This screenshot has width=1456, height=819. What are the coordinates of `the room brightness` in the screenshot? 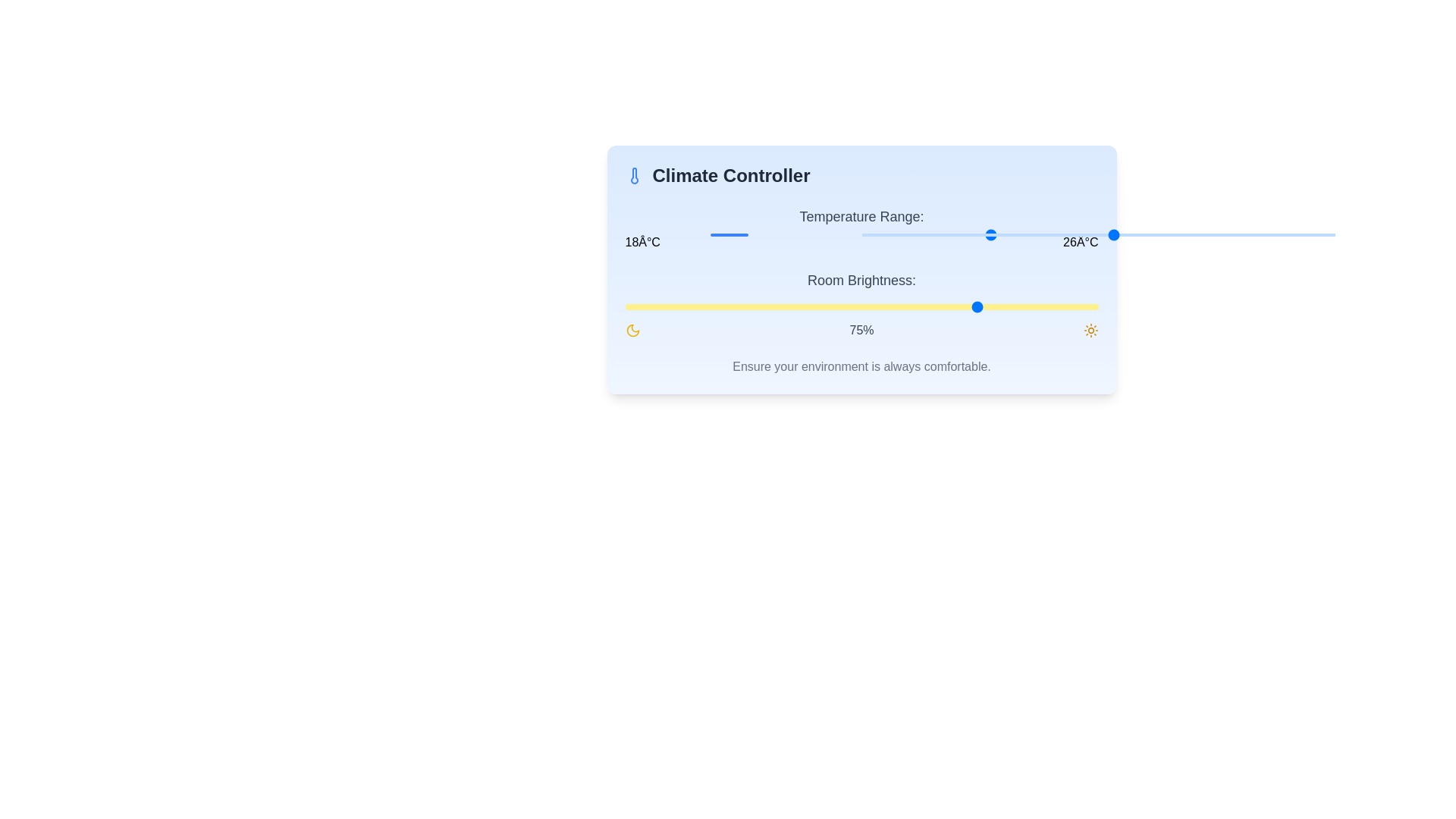 It's located at (767, 307).